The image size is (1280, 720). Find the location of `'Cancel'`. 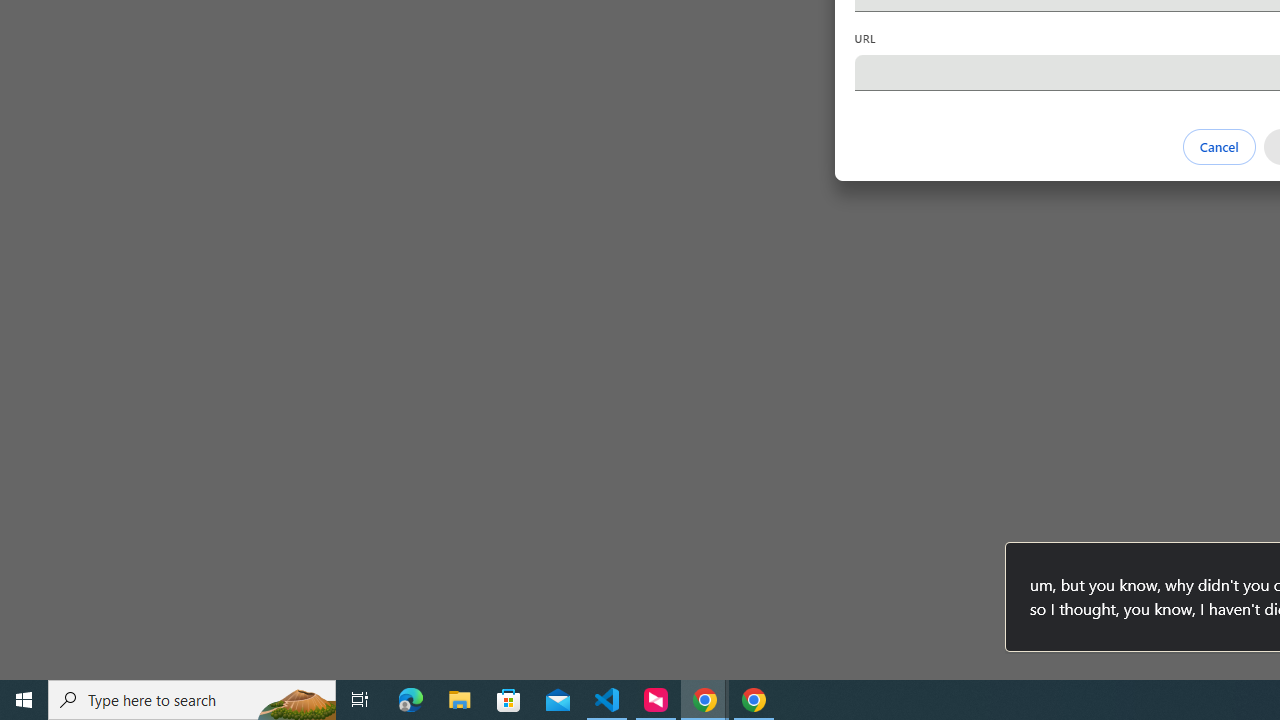

'Cancel' is located at coordinates (1217, 145).